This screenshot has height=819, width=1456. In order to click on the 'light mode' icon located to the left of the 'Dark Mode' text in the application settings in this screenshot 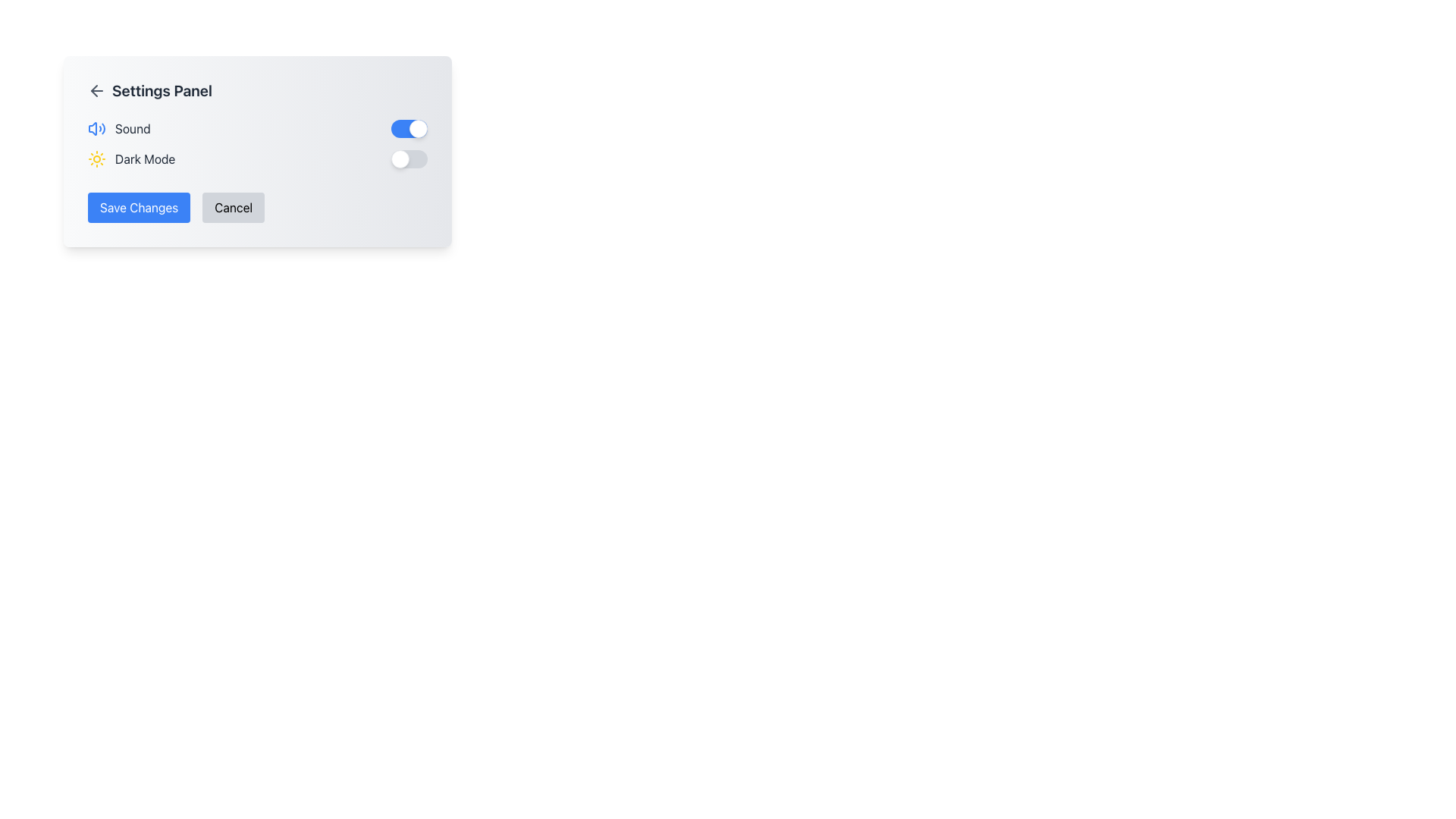, I will do `click(96, 158)`.